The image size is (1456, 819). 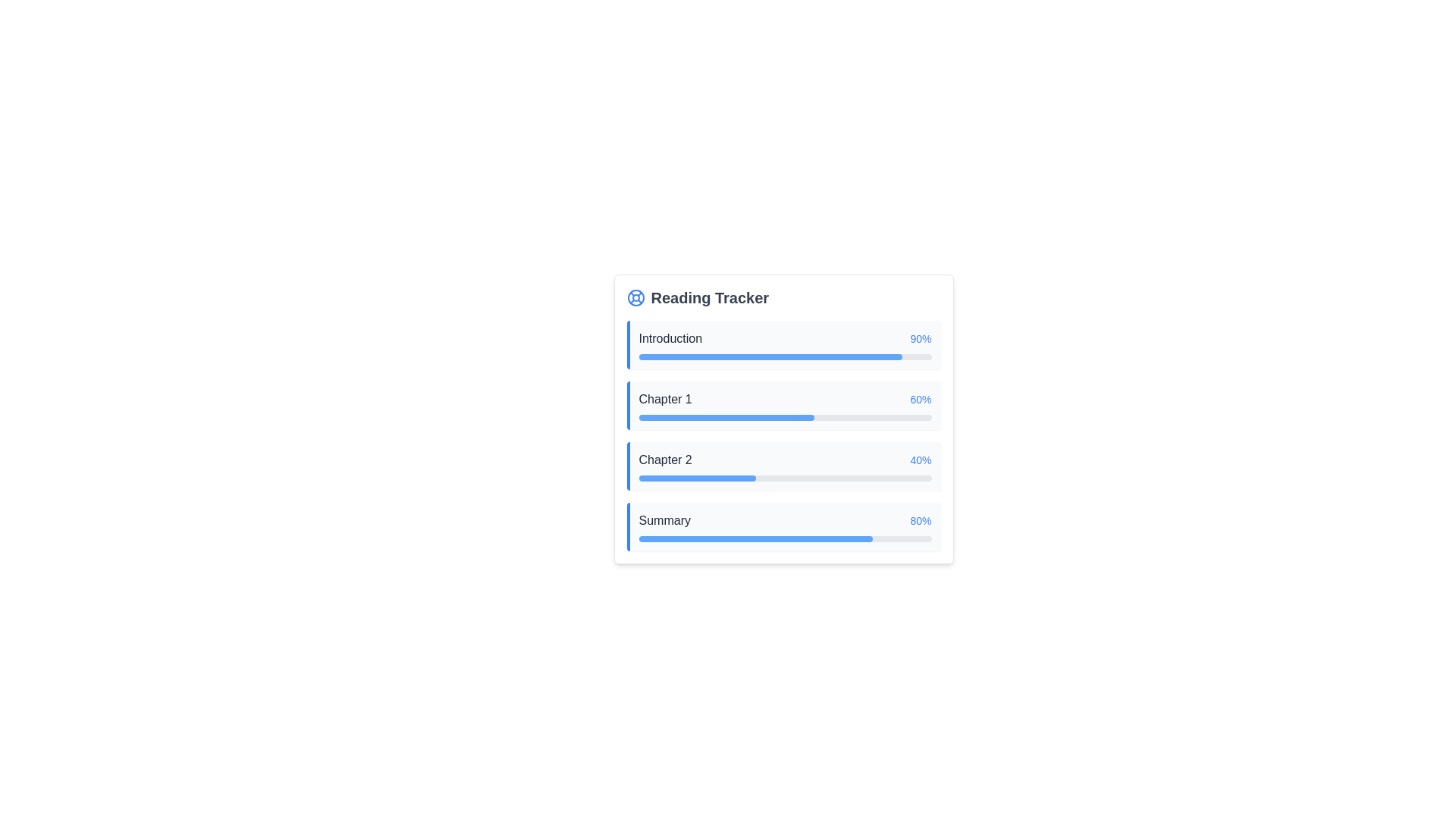 I want to click on the help icon located to the left of the 'Reading Tracker' header, so click(x=635, y=298).